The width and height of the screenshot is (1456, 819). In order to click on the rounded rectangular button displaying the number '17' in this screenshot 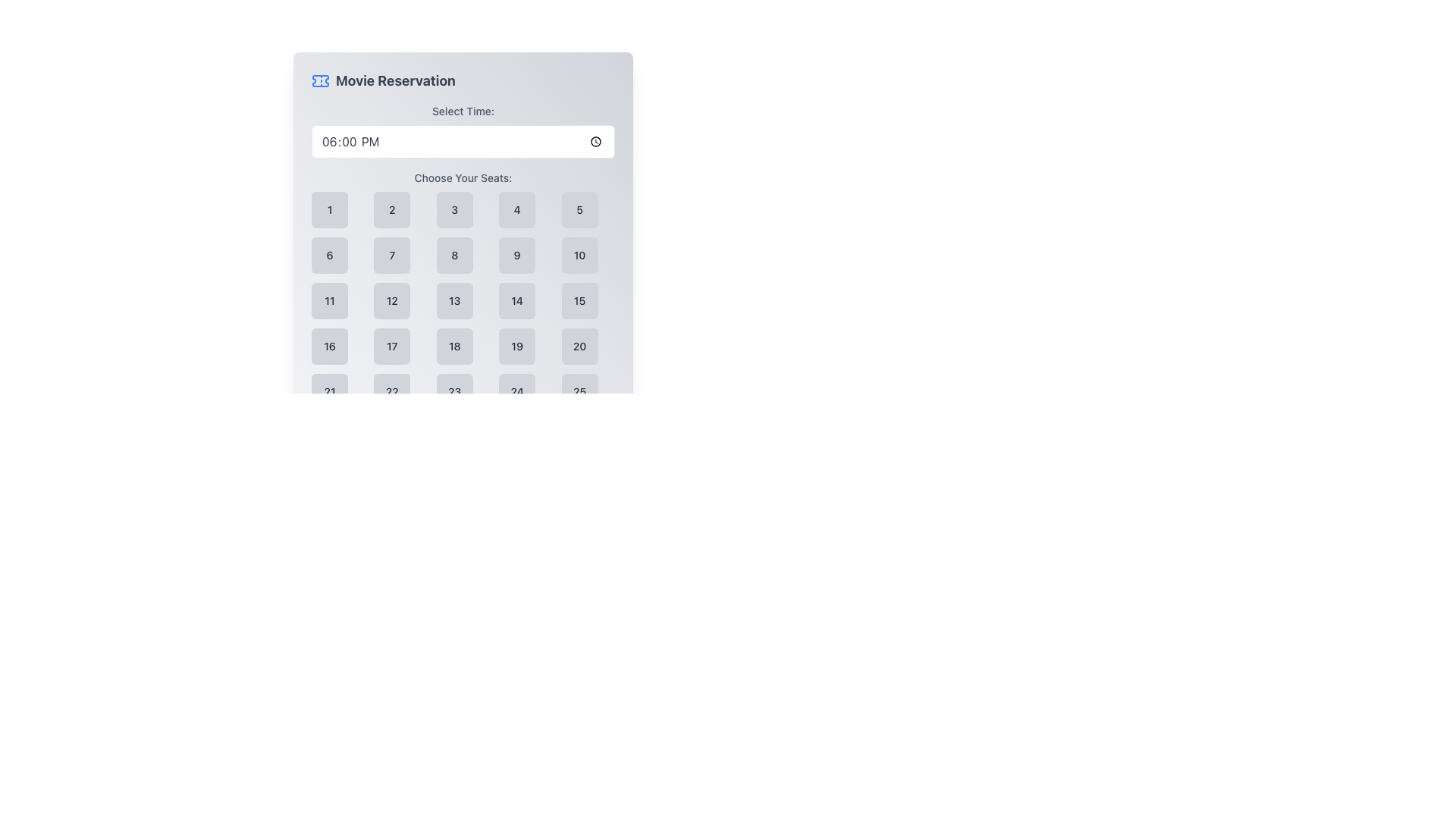, I will do `click(392, 346)`.